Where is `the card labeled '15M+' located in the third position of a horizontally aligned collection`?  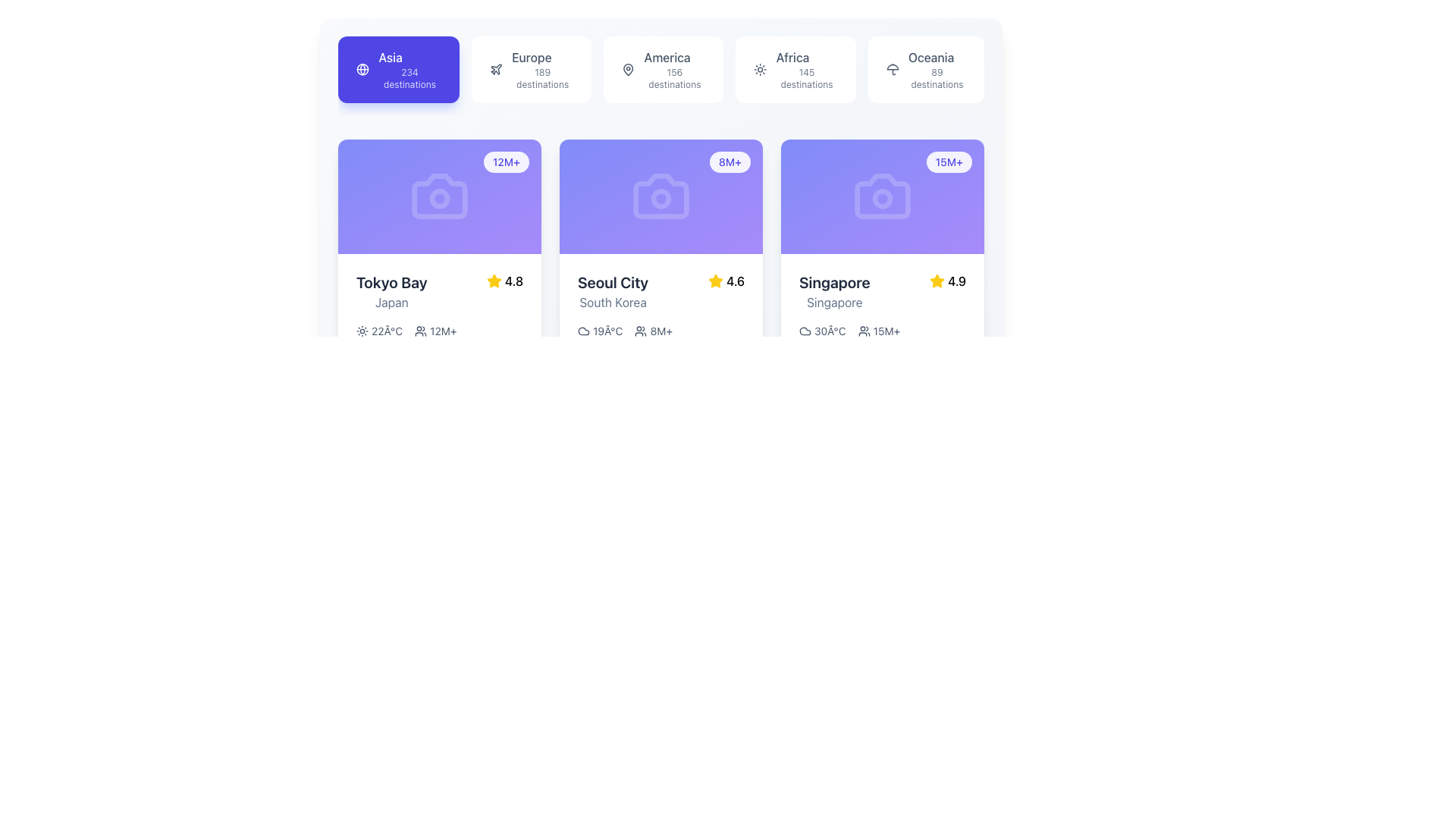 the card labeled '15M+' located in the third position of a horizontally aligned collection is located at coordinates (882, 297).